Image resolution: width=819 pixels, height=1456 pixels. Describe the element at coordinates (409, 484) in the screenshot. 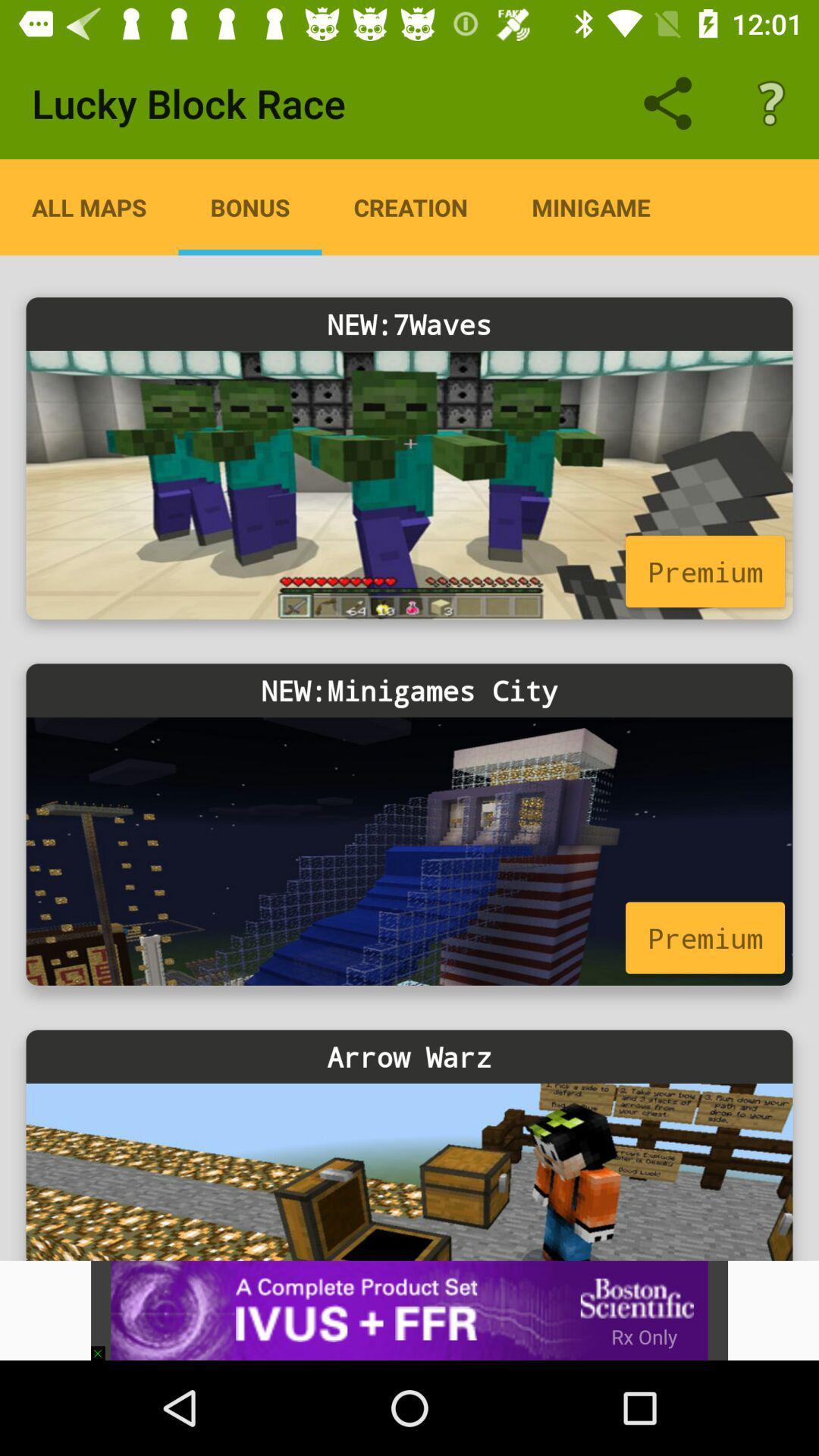

I see `choose game 7waves` at that location.